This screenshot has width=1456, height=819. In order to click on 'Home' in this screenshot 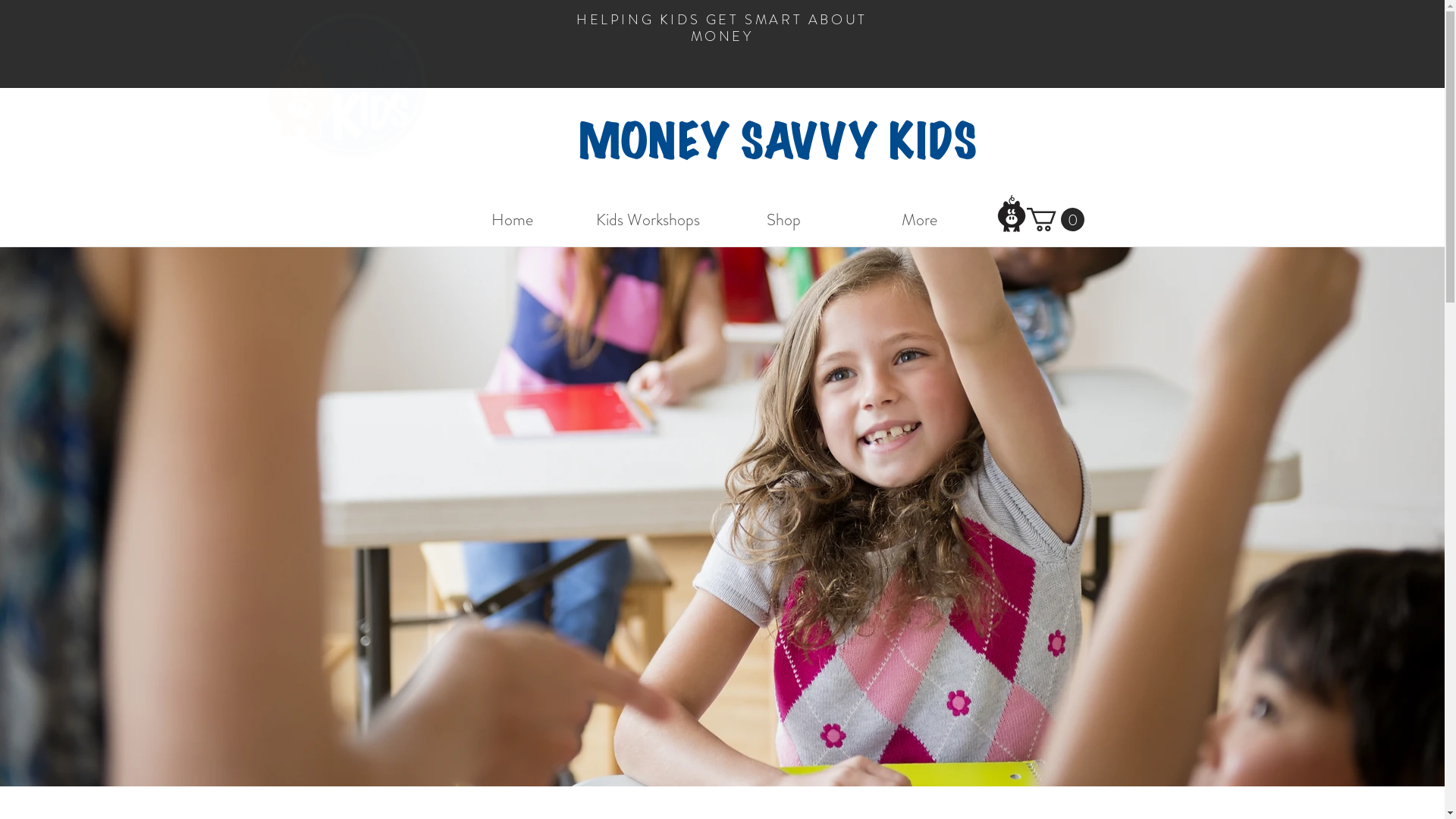, I will do `click(443, 219)`.